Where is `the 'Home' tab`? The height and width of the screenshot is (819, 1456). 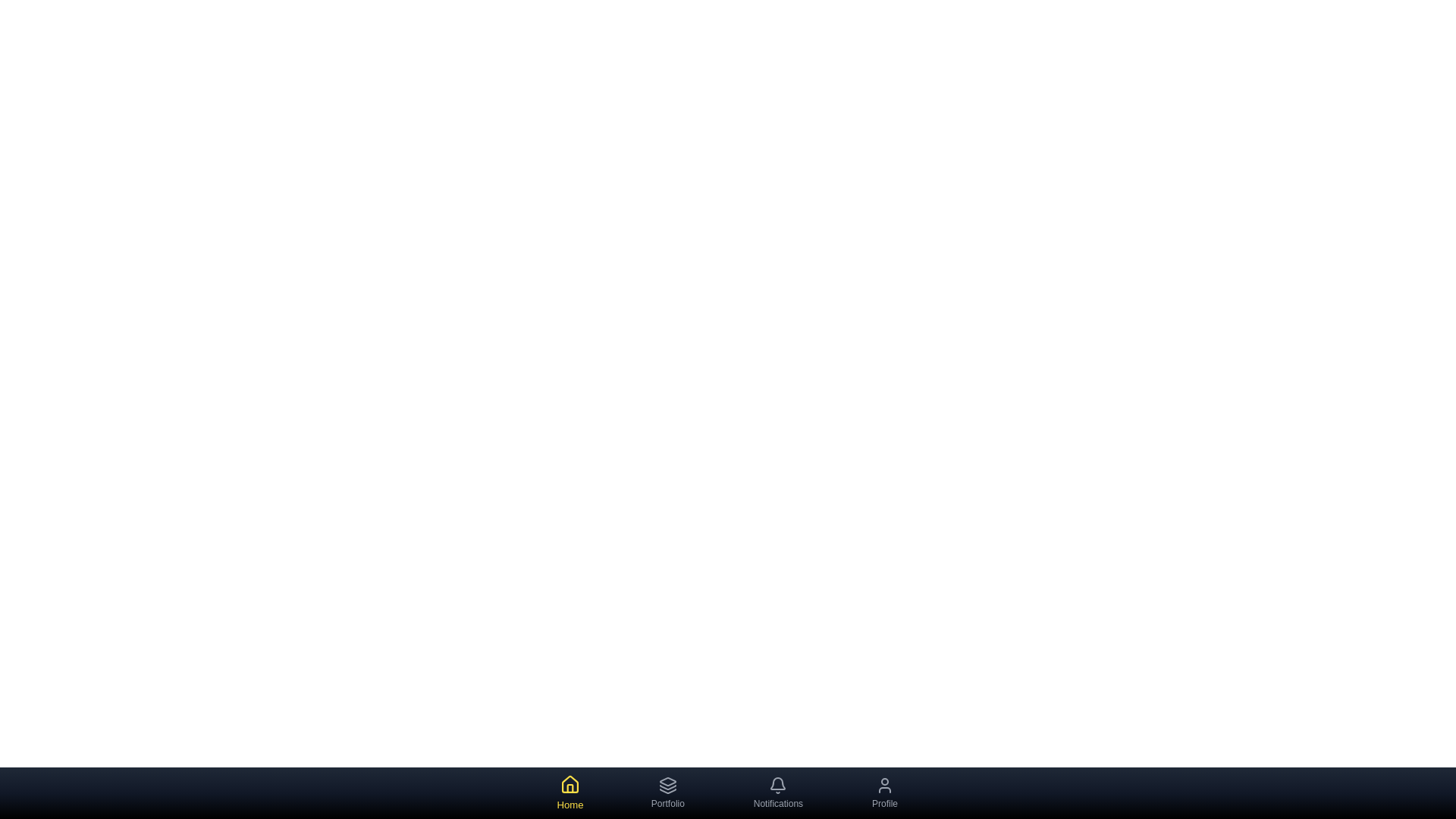 the 'Home' tab is located at coordinates (570, 792).